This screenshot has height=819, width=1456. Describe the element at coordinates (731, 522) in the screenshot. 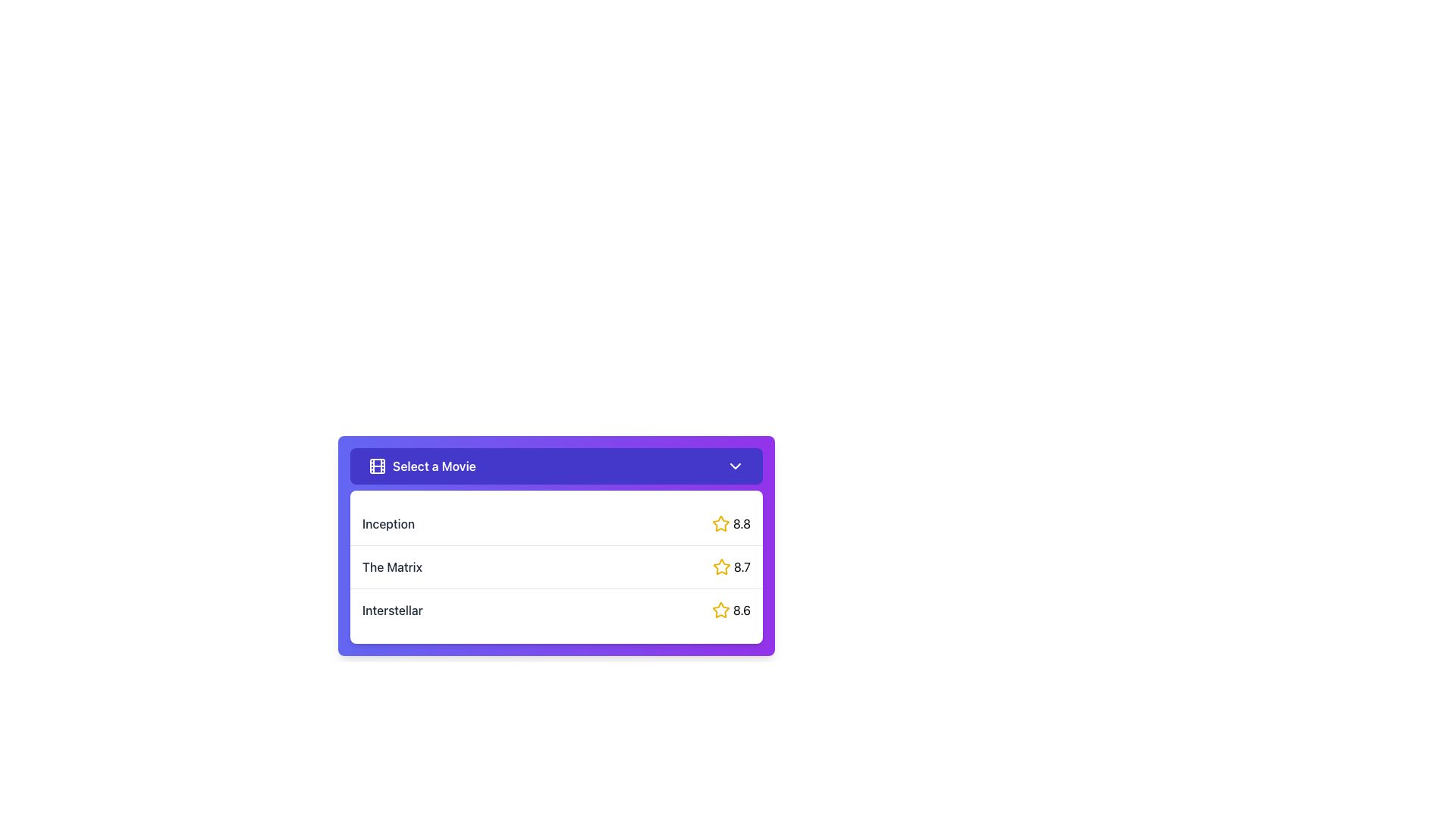

I see `rating value '8.8' displayed in the yellow star icon next to the movie name 'Inception' in the first list item of the 'Select a Movie' section` at that location.